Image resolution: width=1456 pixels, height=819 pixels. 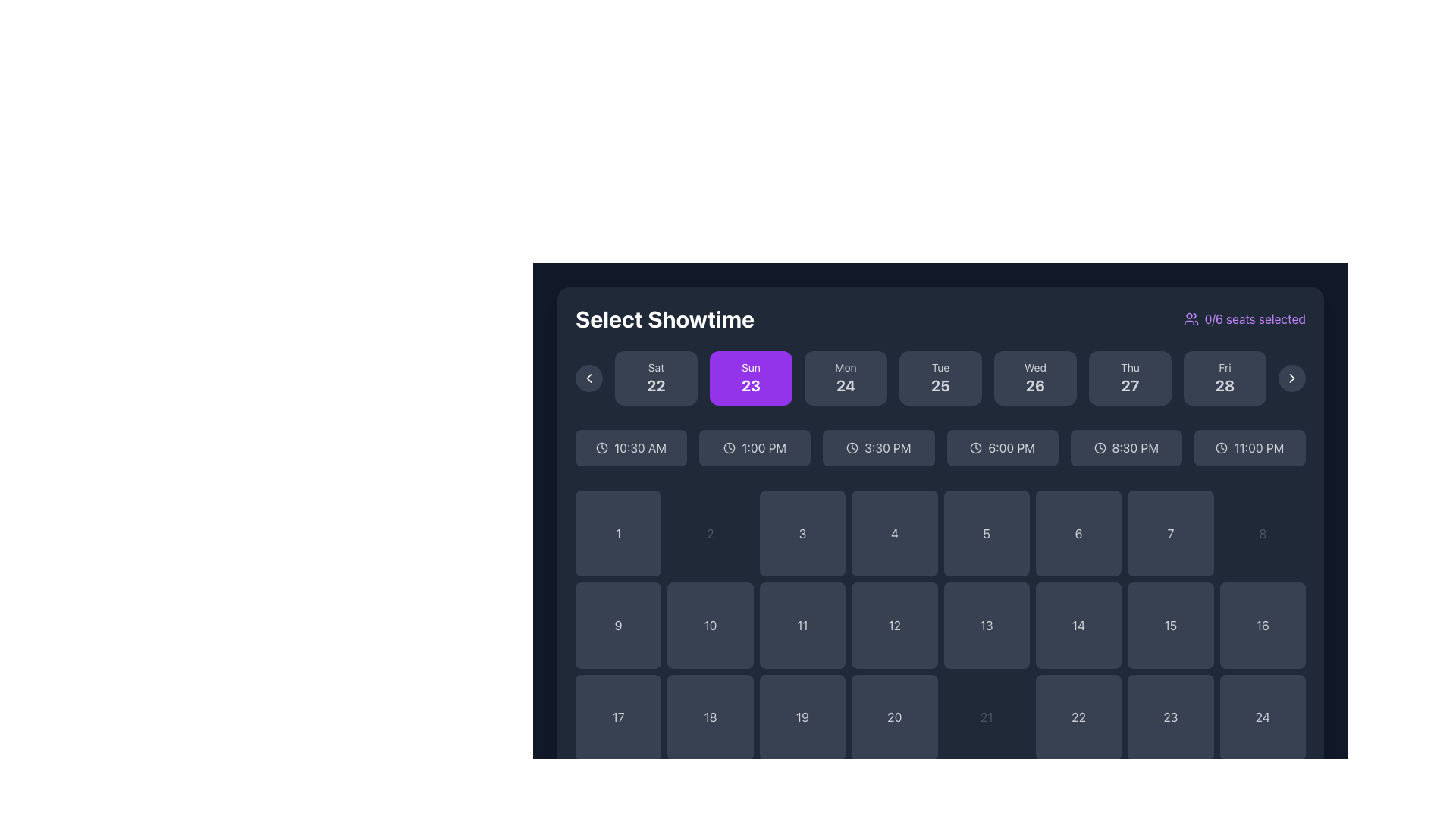 What do you see at coordinates (894, 626) in the screenshot?
I see `the square-shaped button with a dark gray background and the centered white text '12'` at bounding box center [894, 626].